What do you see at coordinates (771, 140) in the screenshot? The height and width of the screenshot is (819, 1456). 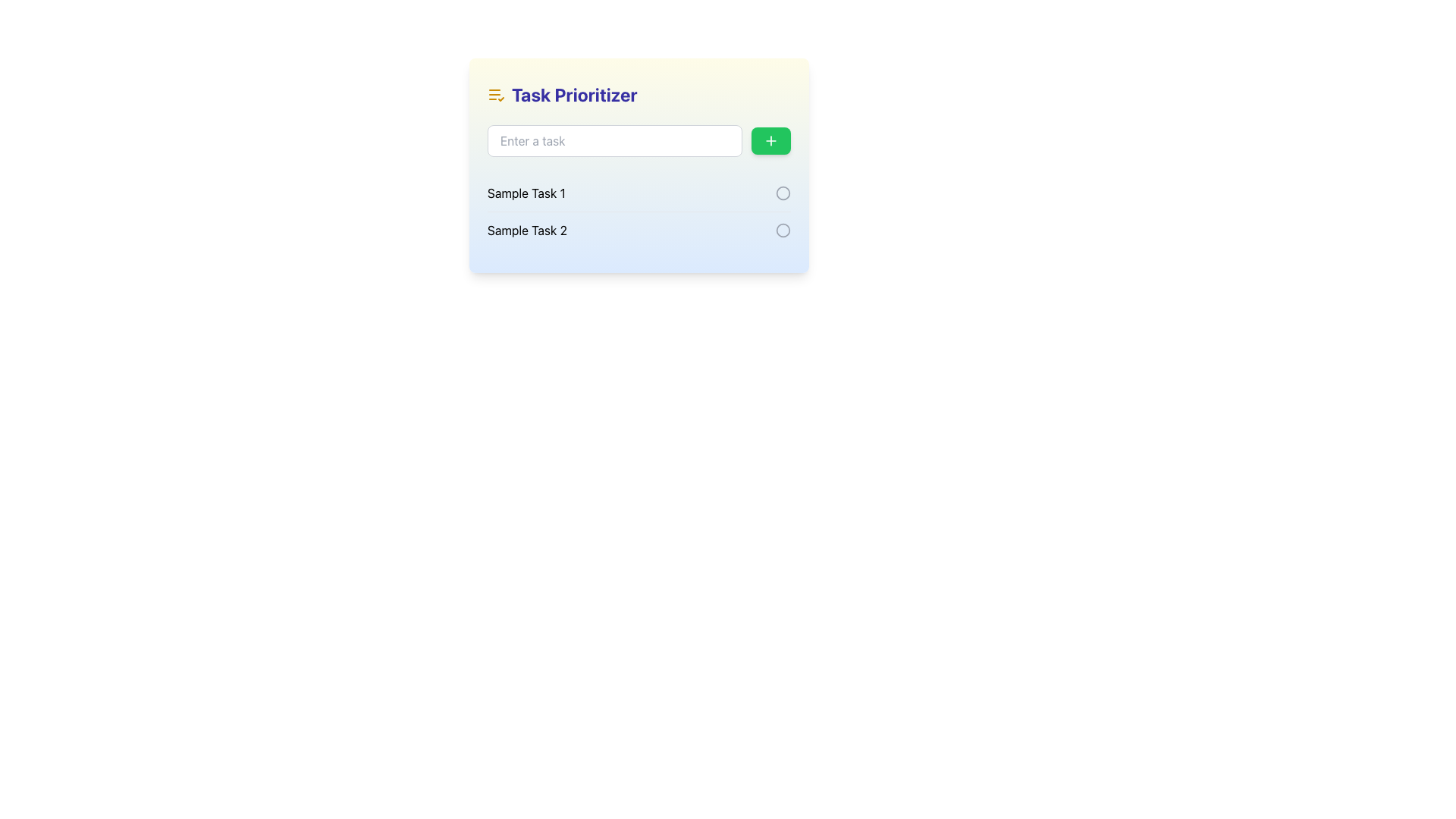 I see `the green icon button with a white plus sign located on the right side of the text input field in the task prioritizer interface` at bounding box center [771, 140].